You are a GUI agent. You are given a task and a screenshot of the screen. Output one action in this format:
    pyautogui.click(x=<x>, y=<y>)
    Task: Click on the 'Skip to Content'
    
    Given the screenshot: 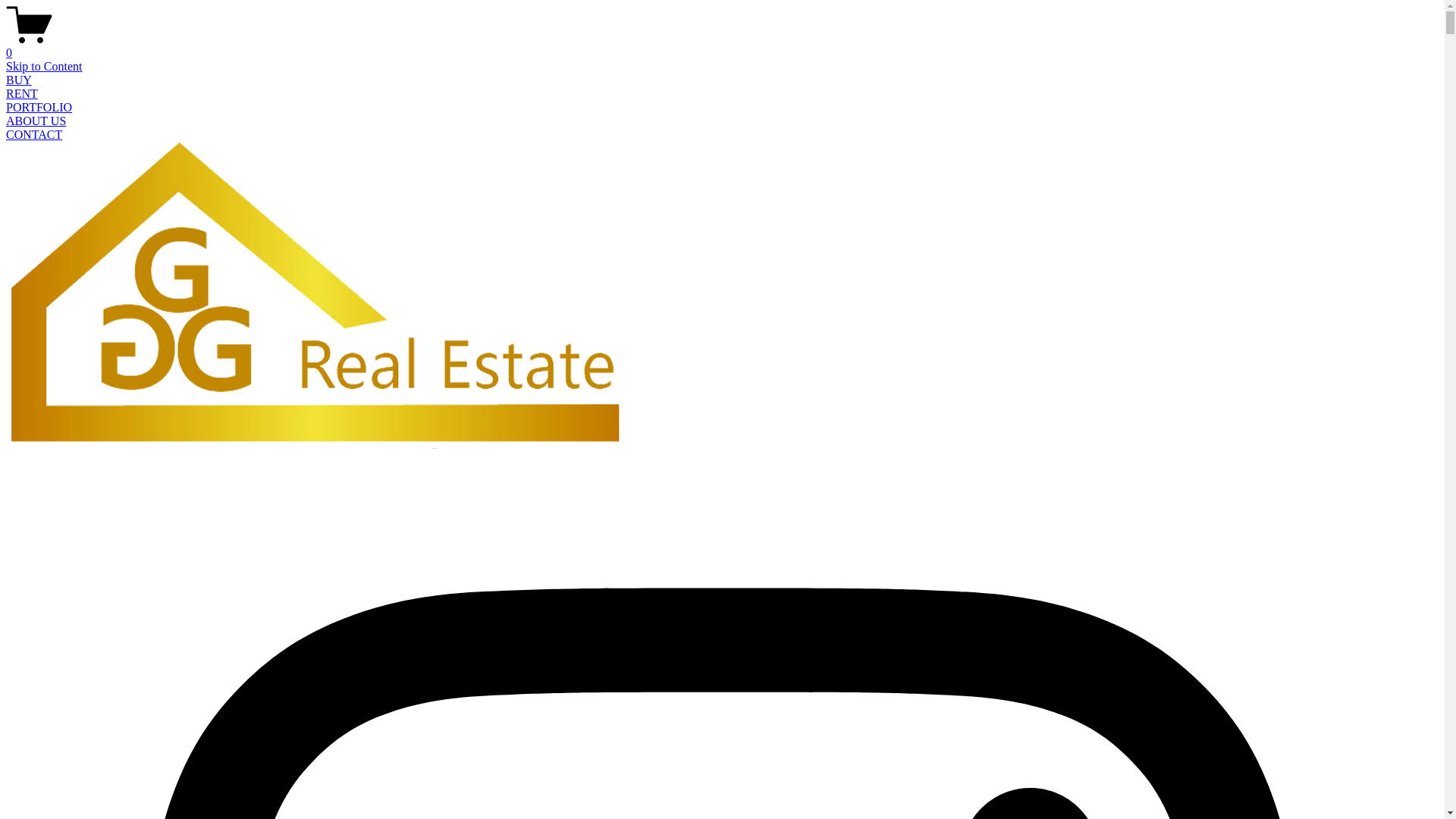 What is the action you would take?
    pyautogui.click(x=43, y=65)
    